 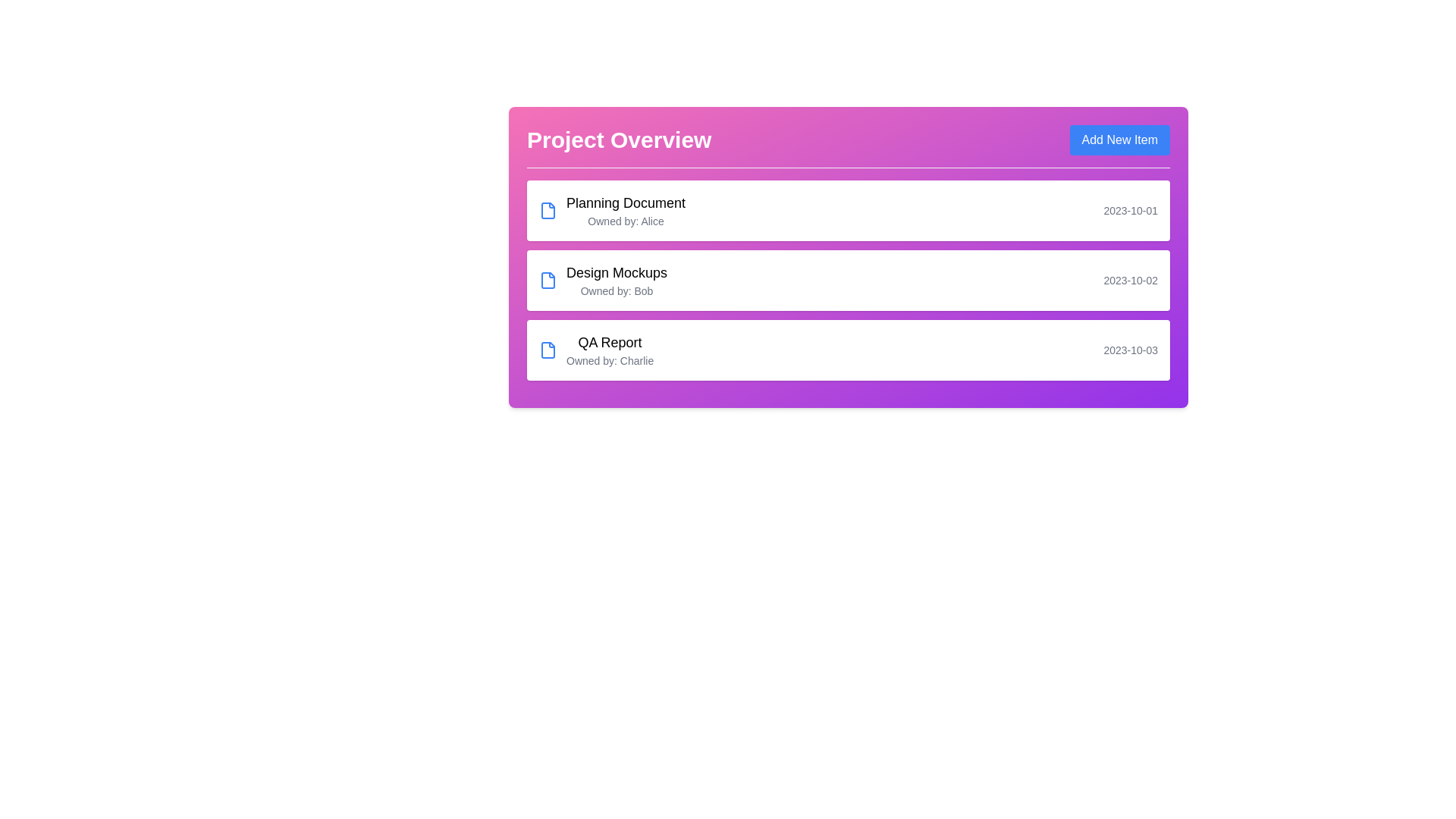 What do you see at coordinates (610, 350) in the screenshot?
I see `the Text block that describes the 'QA Report' owned by 'Charlie', which is the third item in the vertical list of project overviews under the 'Project Overview' section` at bounding box center [610, 350].